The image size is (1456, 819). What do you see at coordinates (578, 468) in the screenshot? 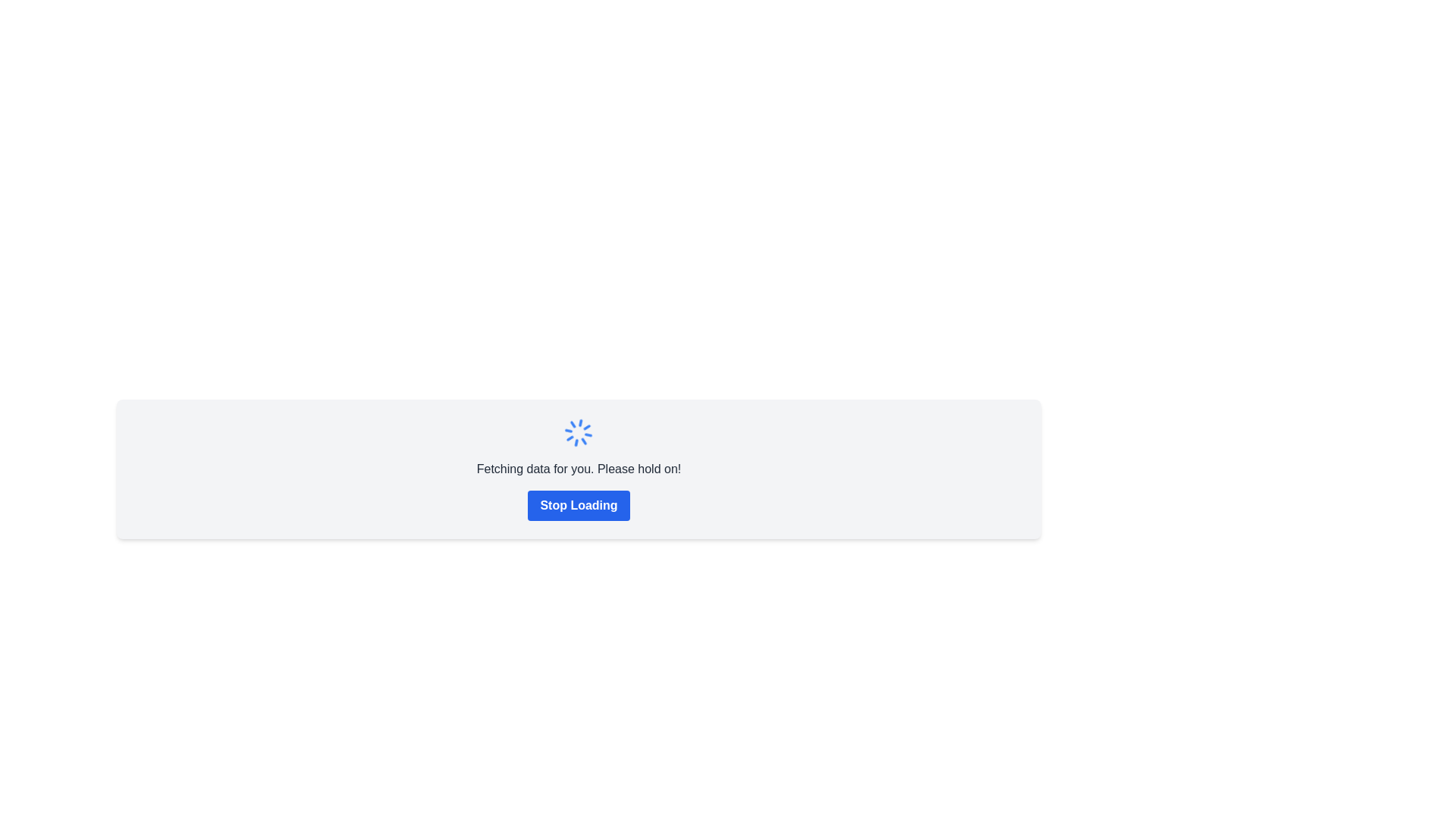
I see `the status information text label that indicates data is being retrieved, located beneath the spinning loader icon and above the 'Stop Loading' button` at bounding box center [578, 468].